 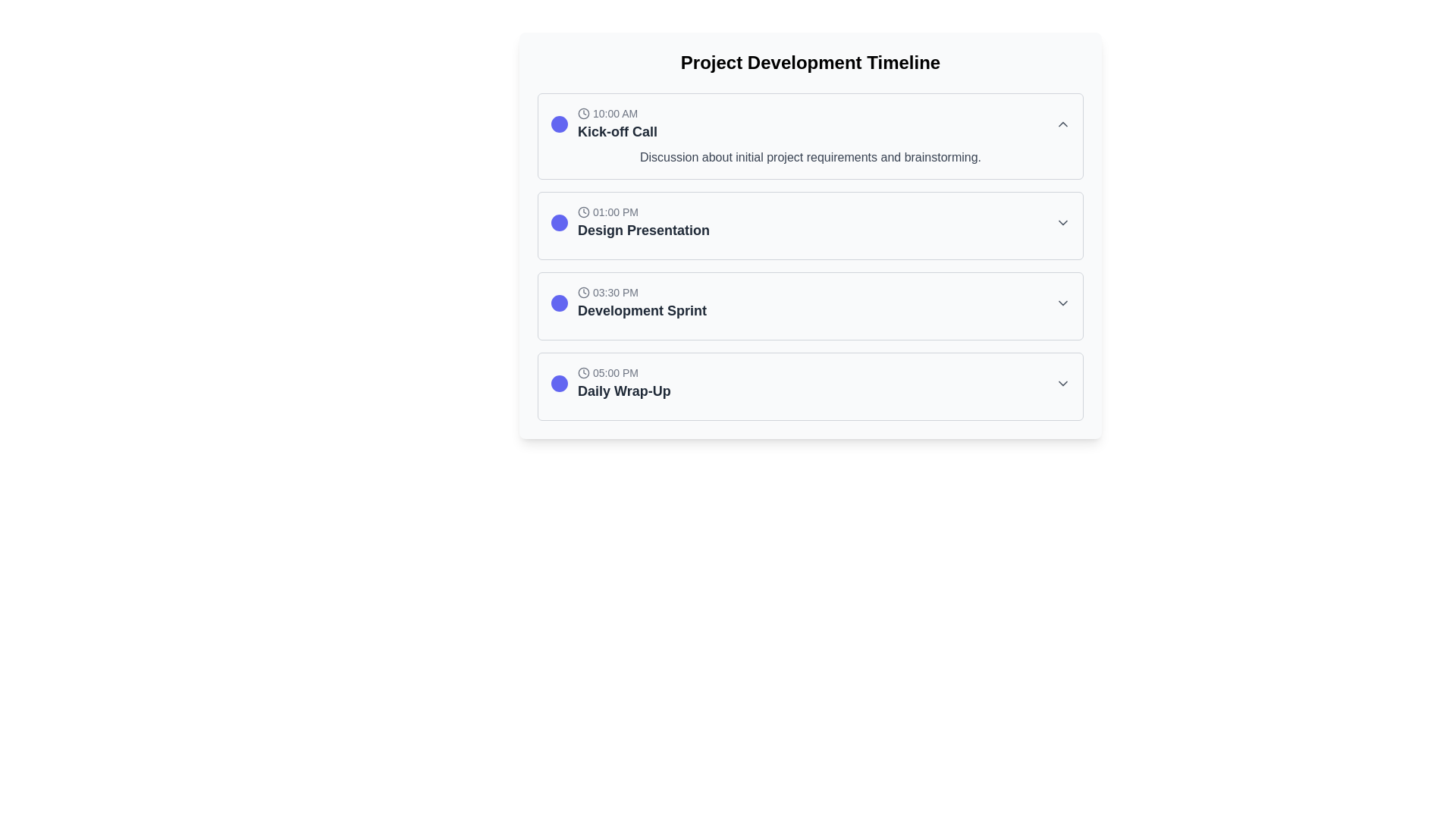 I want to click on the Composite Text Element displaying 'Kick-off Call' with the time '10:00 AM' in smaller gray text, located in the upper left section of the scheduled events list, so click(x=617, y=124).